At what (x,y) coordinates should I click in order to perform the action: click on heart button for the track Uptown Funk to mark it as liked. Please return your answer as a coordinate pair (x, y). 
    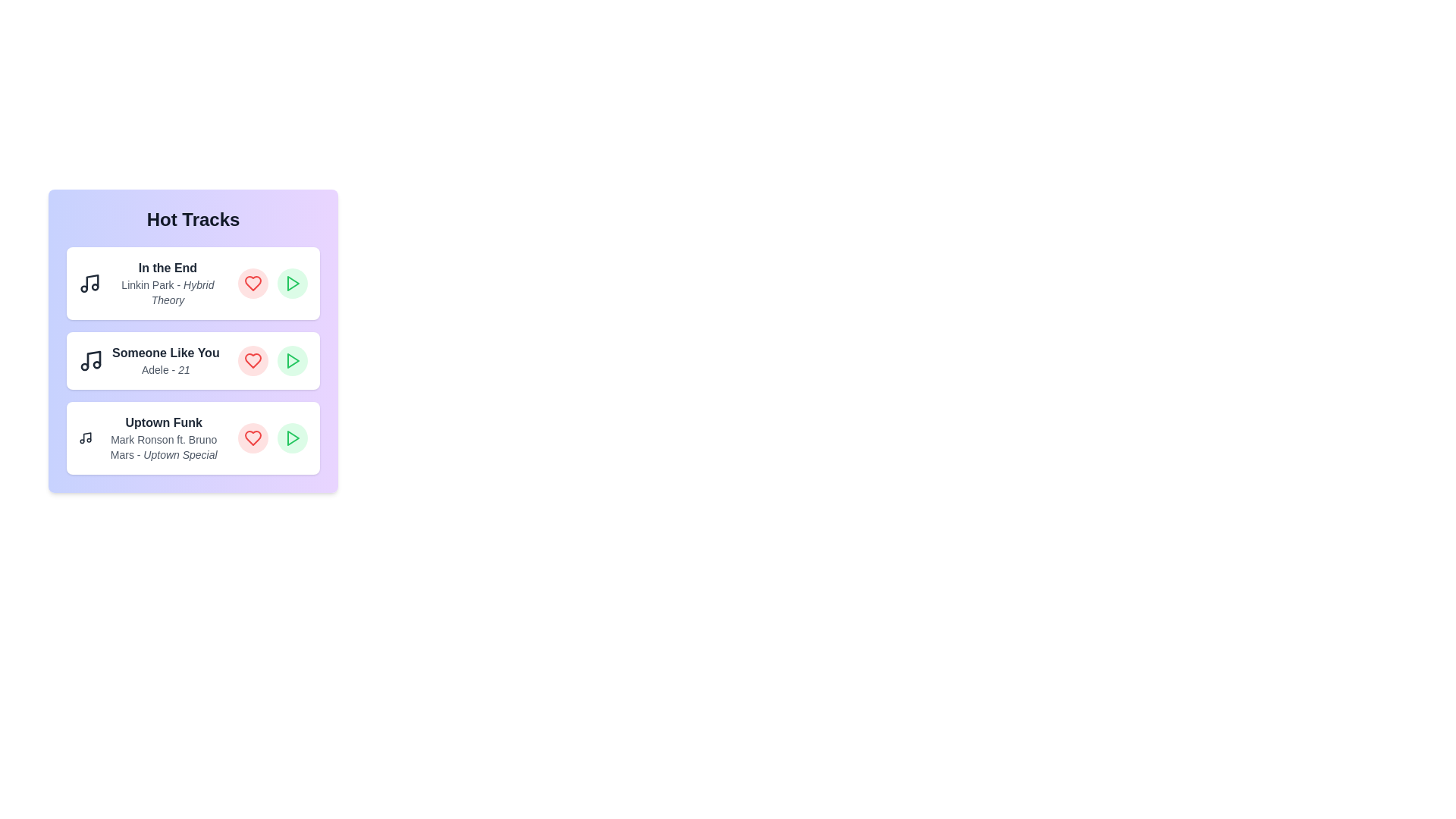
    Looking at the image, I should click on (253, 438).